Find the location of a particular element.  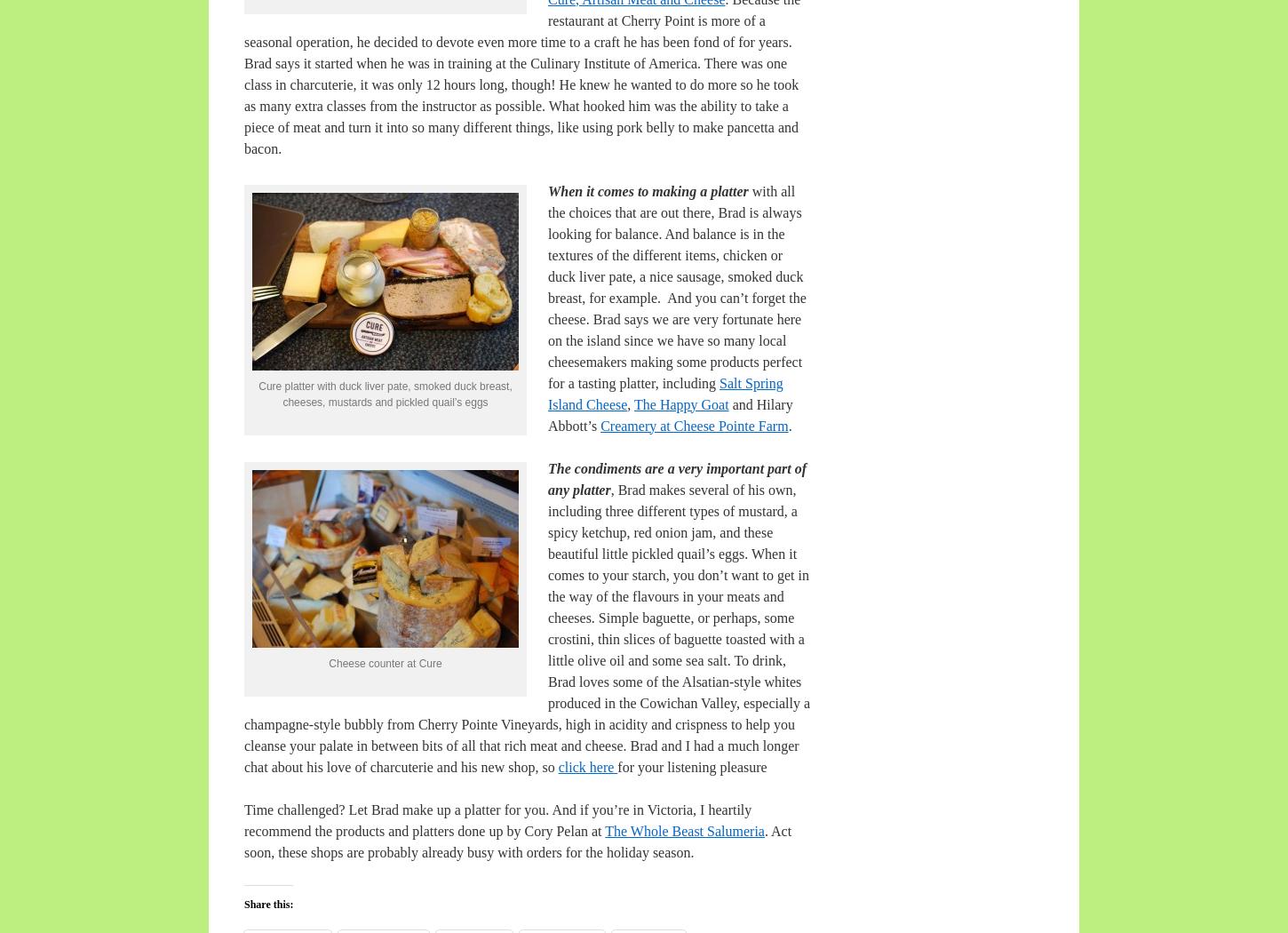

'The Happy Goat' is located at coordinates (681, 403).